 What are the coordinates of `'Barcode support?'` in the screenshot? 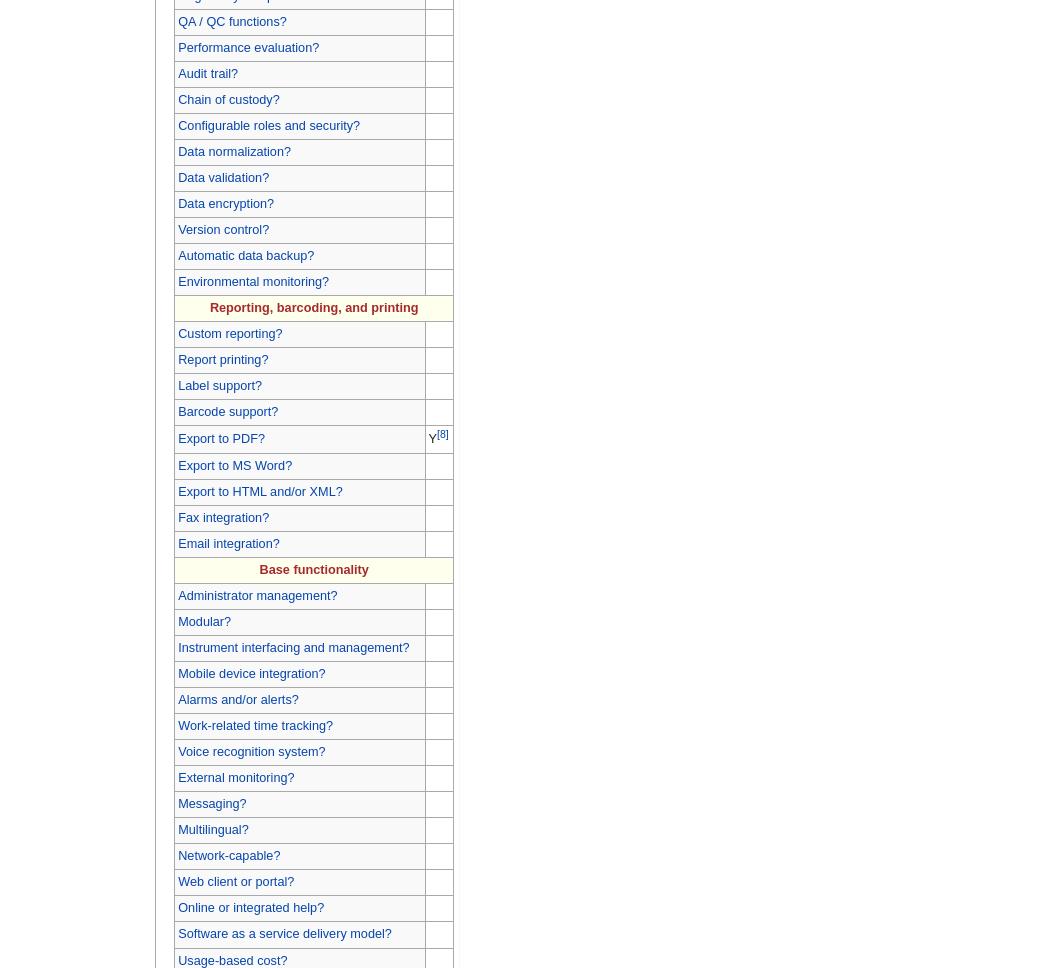 It's located at (227, 411).